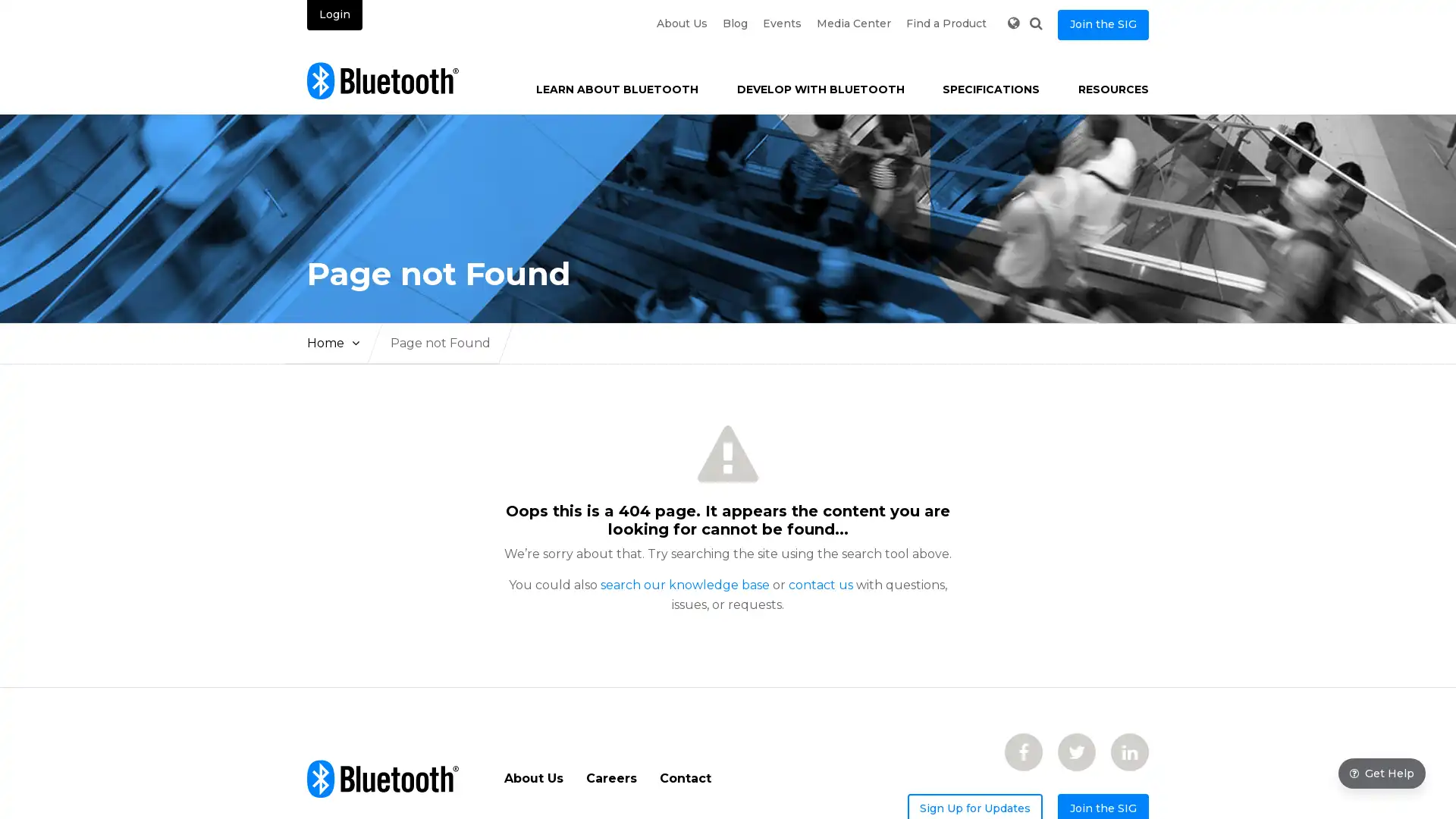 This screenshot has width=1456, height=819. What do you see at coordinates (1035, 23) in the screenshot?
I see `Search` at bounding box center [1035, 23].